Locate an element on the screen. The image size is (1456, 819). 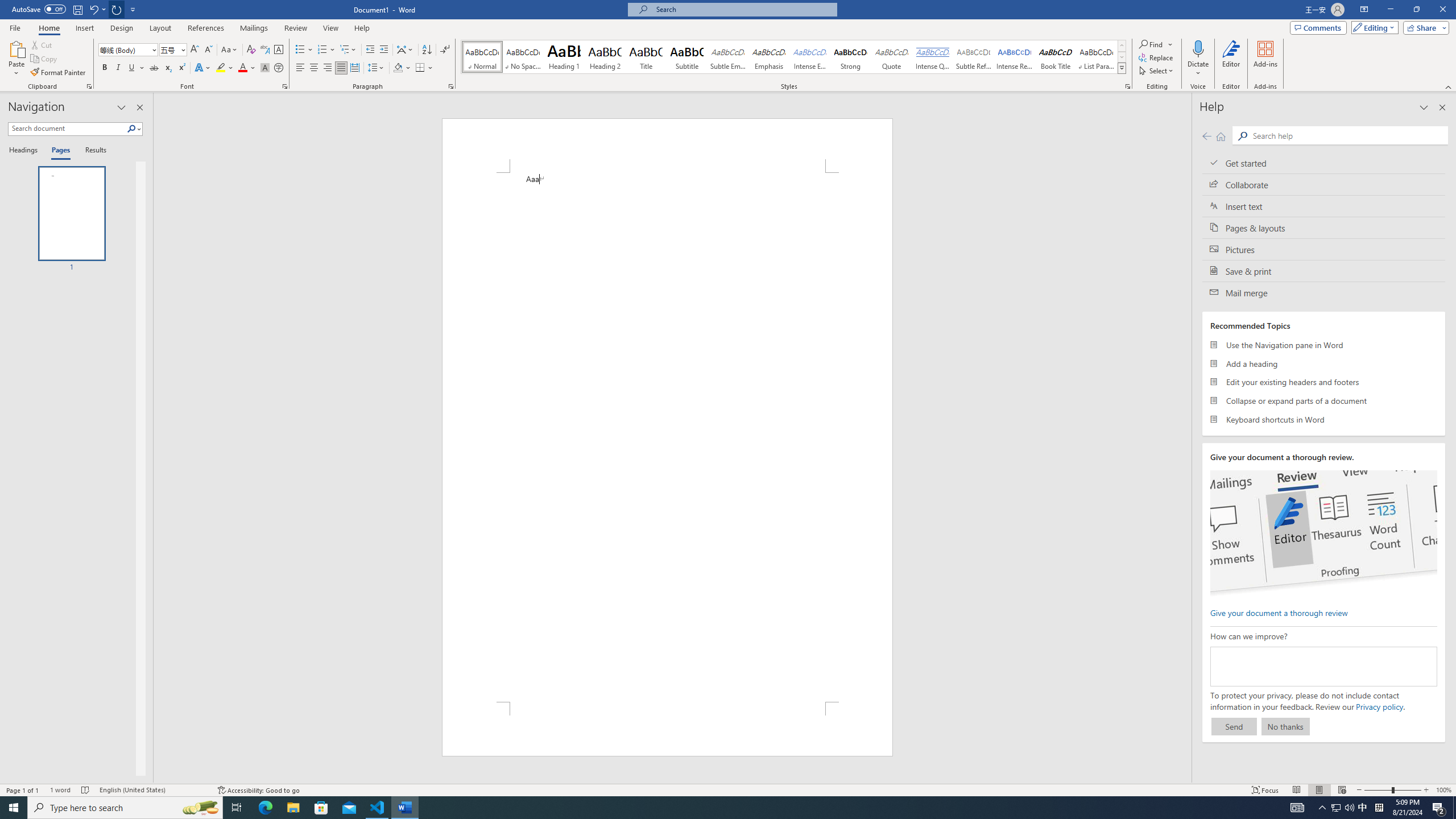
'Home' is located at coordinates (48, 28).